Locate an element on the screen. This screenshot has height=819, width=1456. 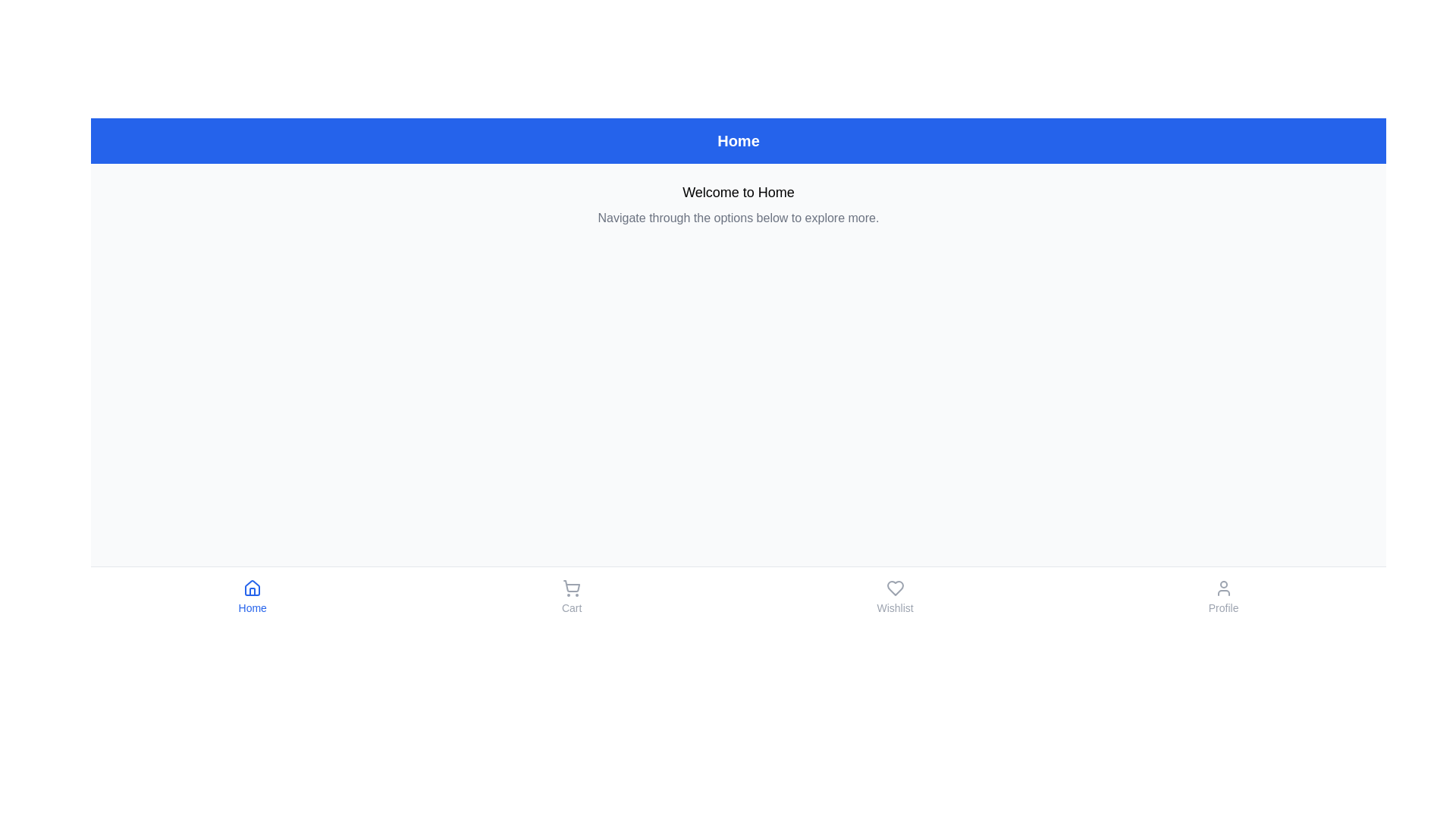
text label that describes the function of the heart-shaped icon, indicating it corresponds to the 'Wishlist' or favorites feature is located at coordinates (895, 607).